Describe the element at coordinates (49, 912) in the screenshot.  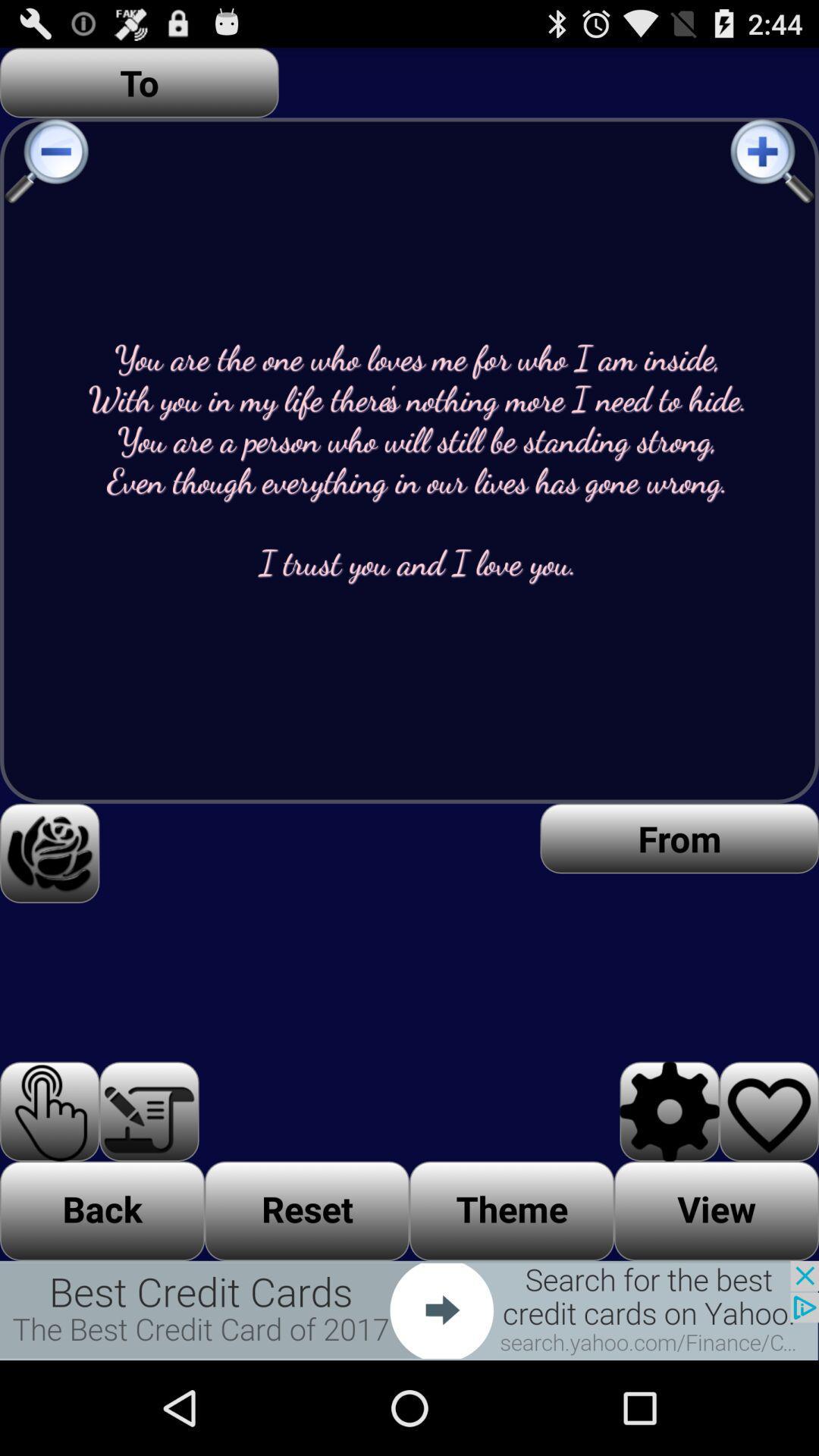
I see `the emoji icon` at that location.